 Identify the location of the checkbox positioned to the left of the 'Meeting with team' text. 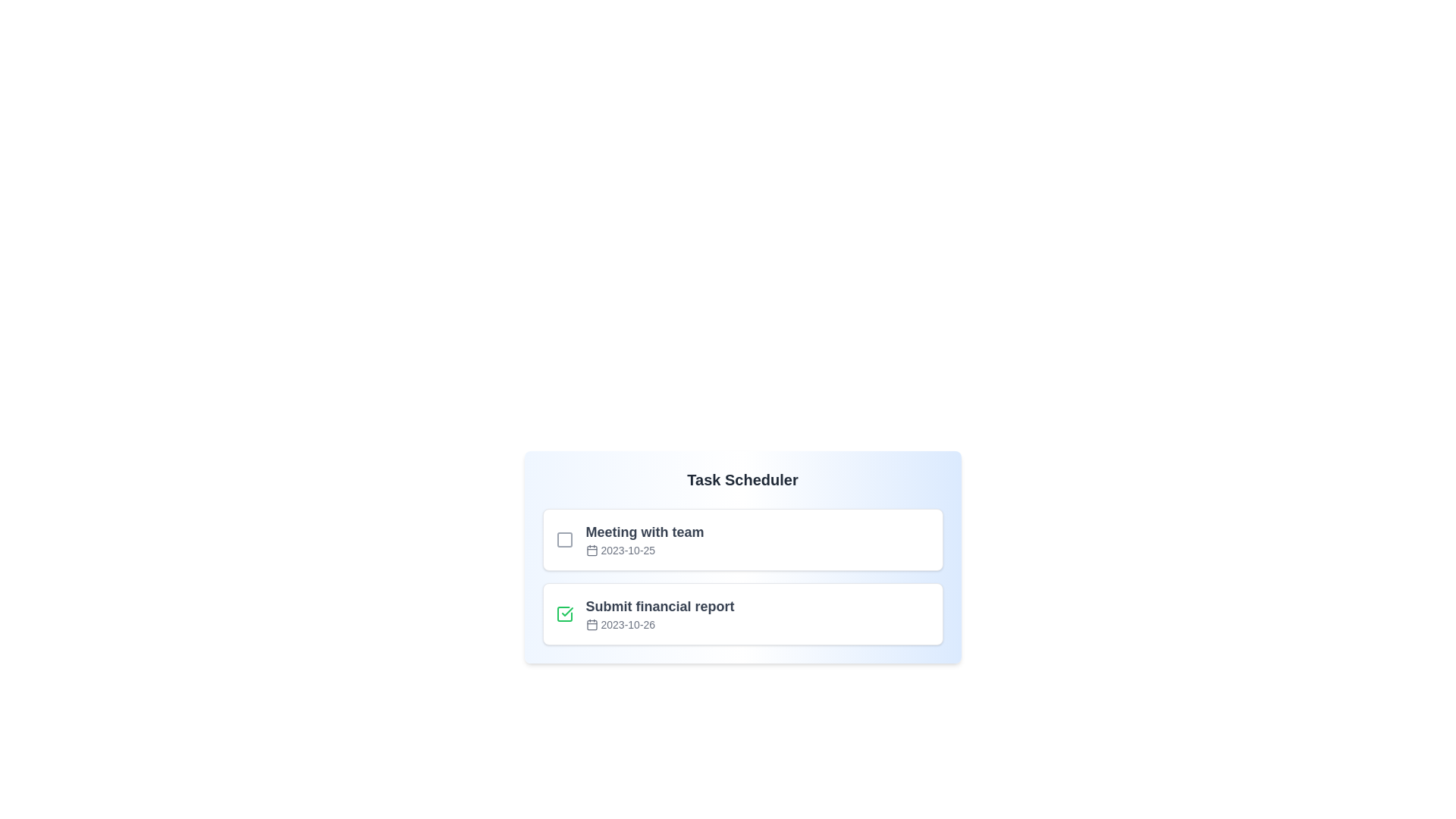
(563, 539).